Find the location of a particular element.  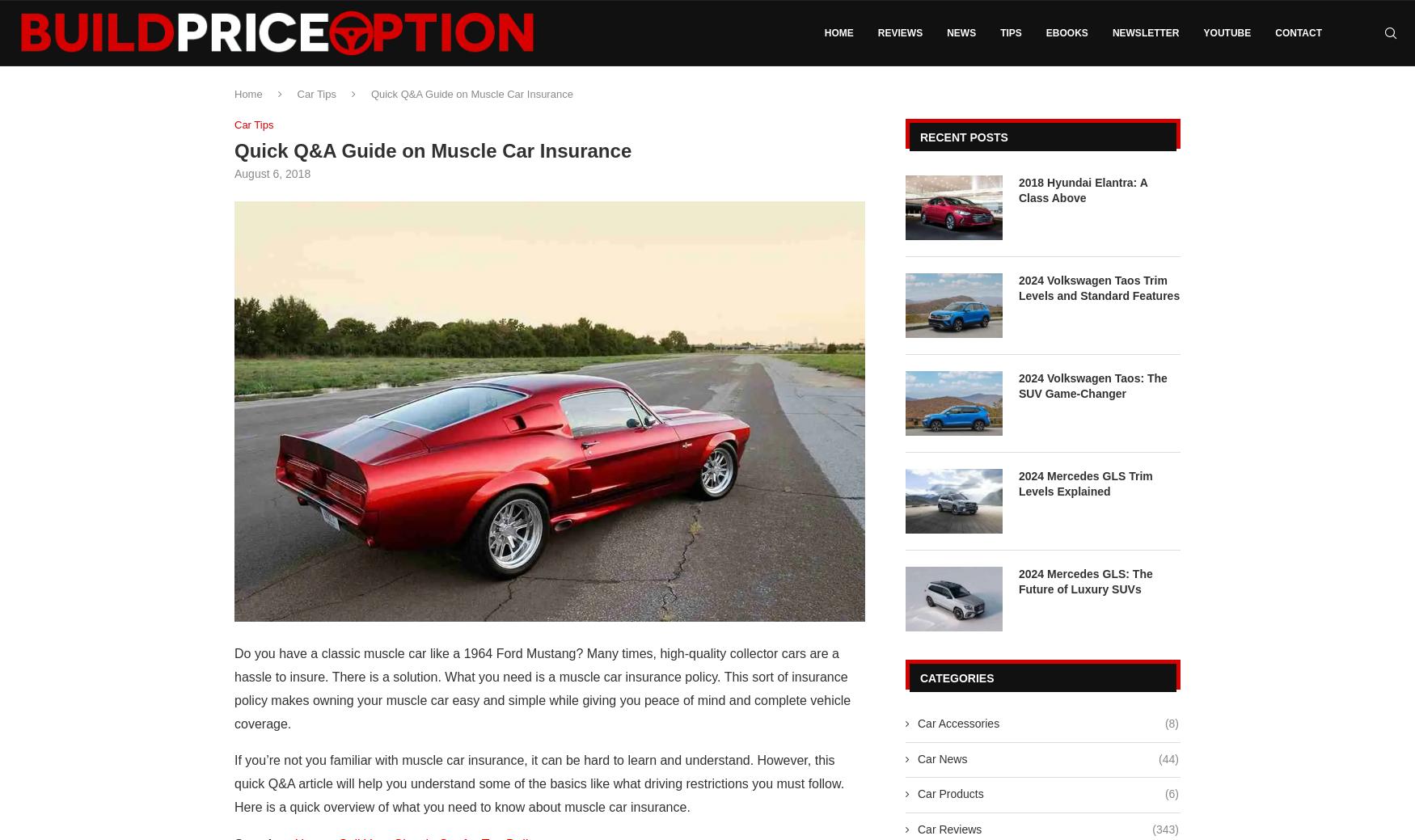

'Car News' is located at coordinates (917, 758).